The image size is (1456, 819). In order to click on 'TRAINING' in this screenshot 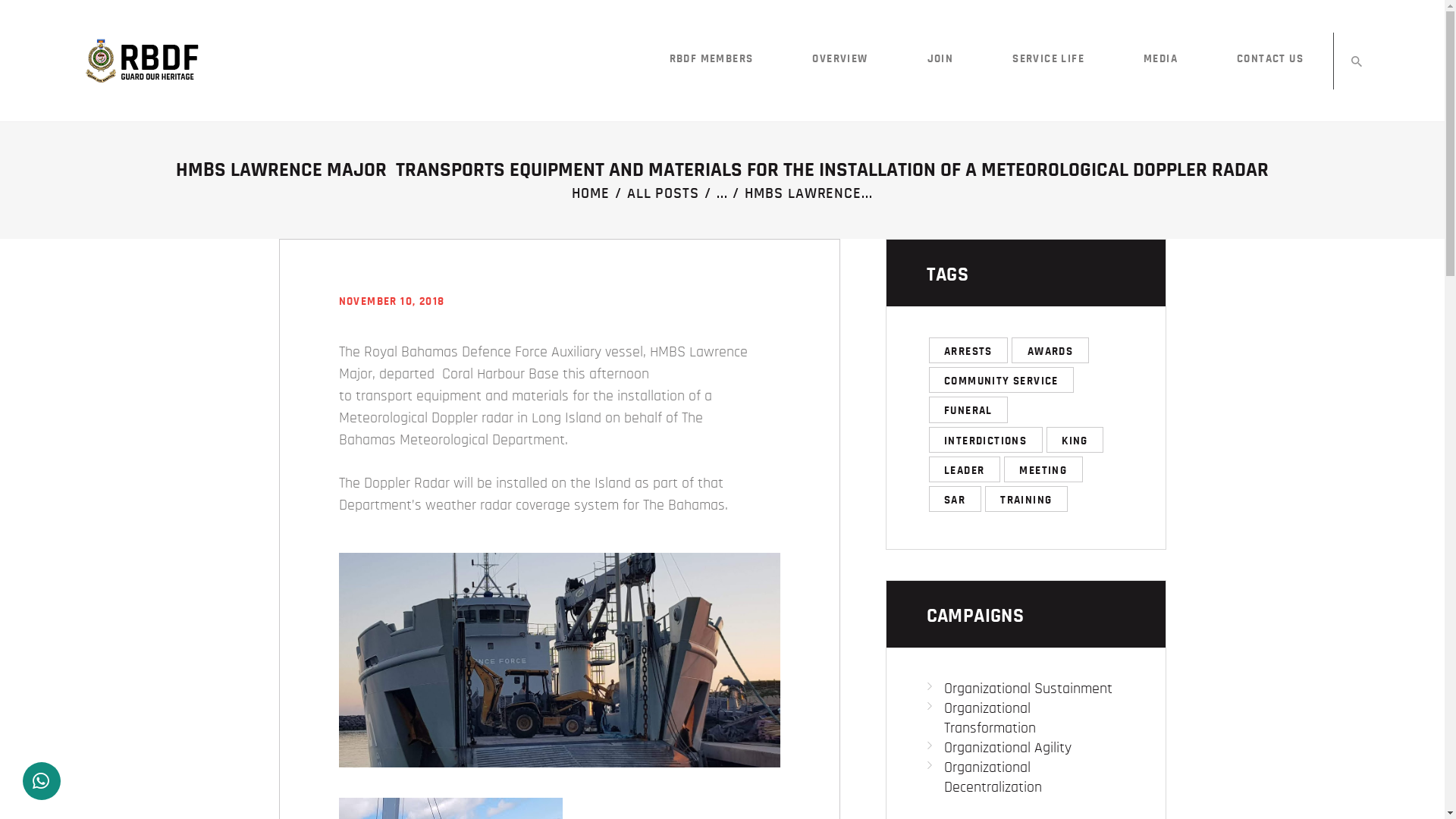, I will do `click(1026, 499)`.